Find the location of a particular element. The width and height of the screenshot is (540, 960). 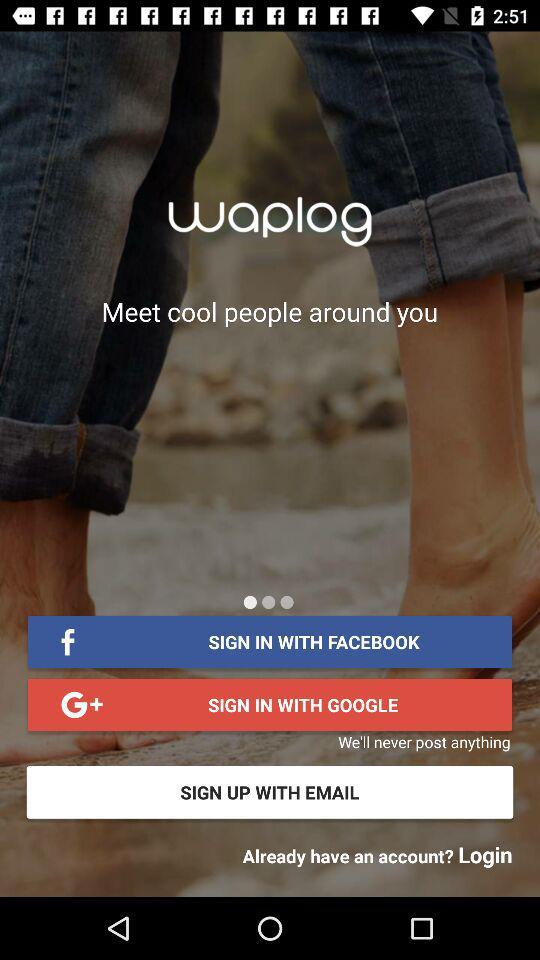

other scream is located at coordinates (286, 601).